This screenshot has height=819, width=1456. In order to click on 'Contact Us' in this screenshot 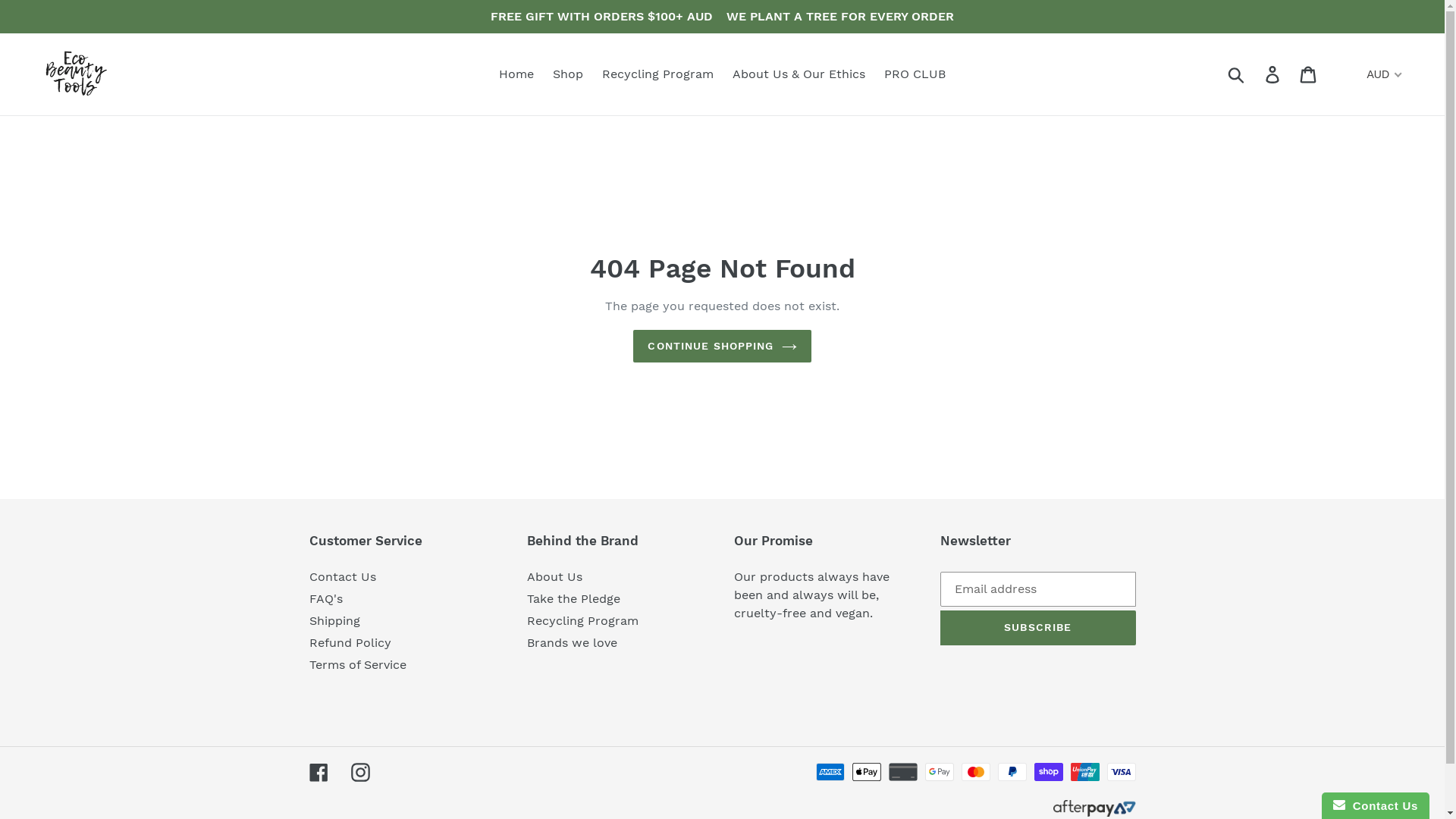, I will do `click(341, 576)`.